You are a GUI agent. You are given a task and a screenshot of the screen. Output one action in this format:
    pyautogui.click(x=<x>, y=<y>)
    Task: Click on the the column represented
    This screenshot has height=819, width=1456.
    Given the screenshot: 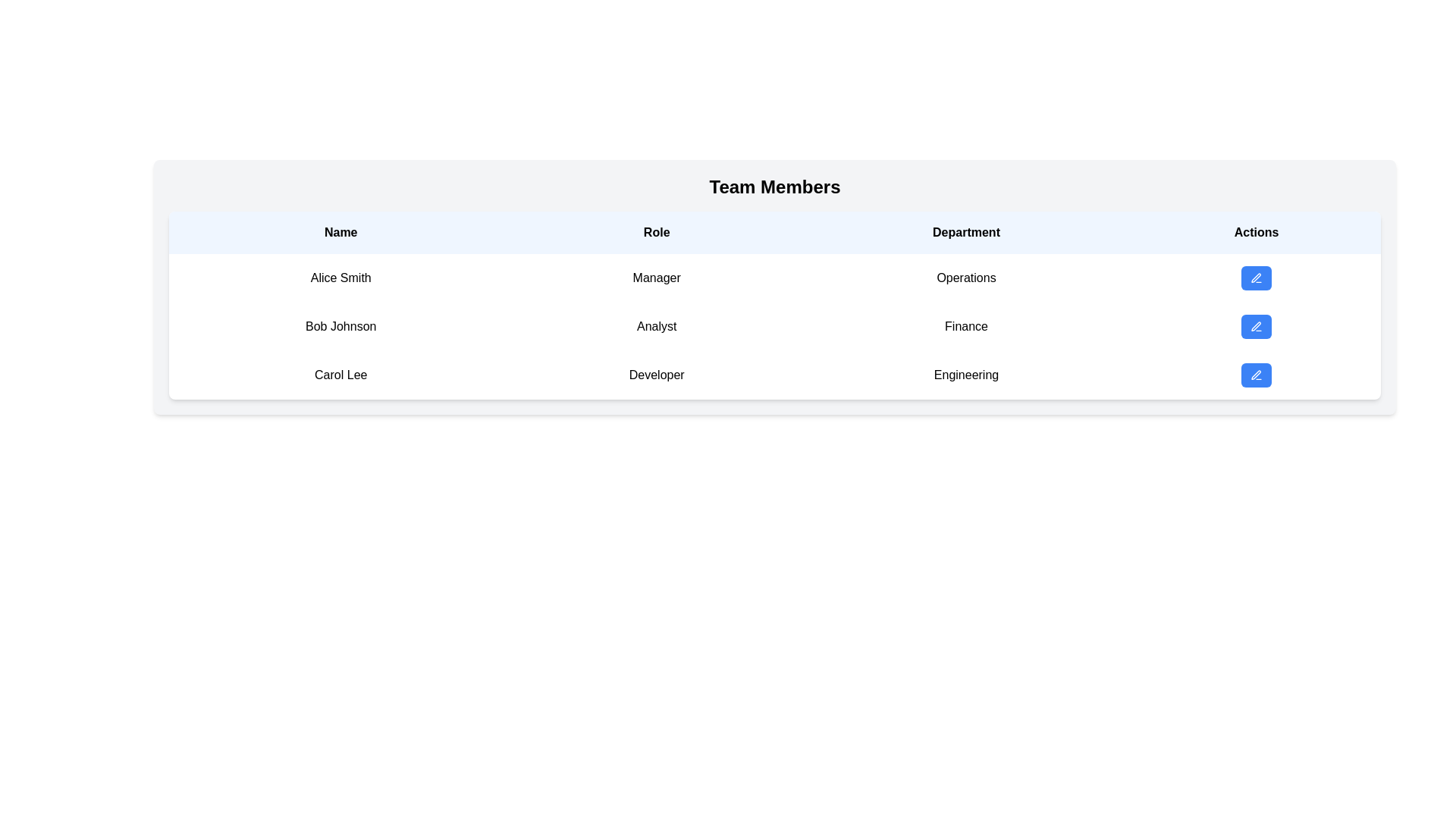 What is the action you would take?
    pyautogui.click(x=657, y=233)
    